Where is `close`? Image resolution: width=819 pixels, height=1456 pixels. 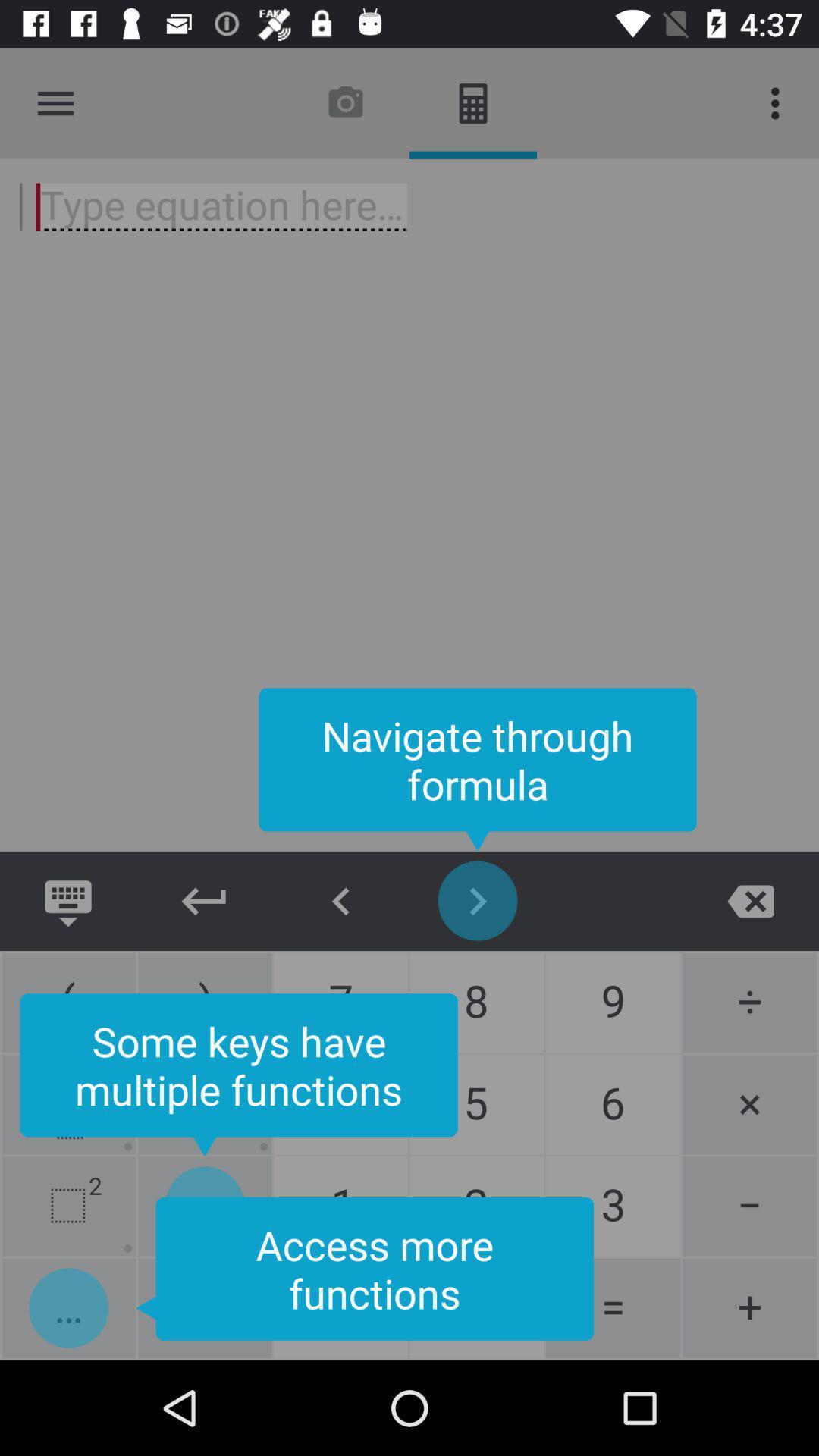
close is located at coordinates (751, 901).